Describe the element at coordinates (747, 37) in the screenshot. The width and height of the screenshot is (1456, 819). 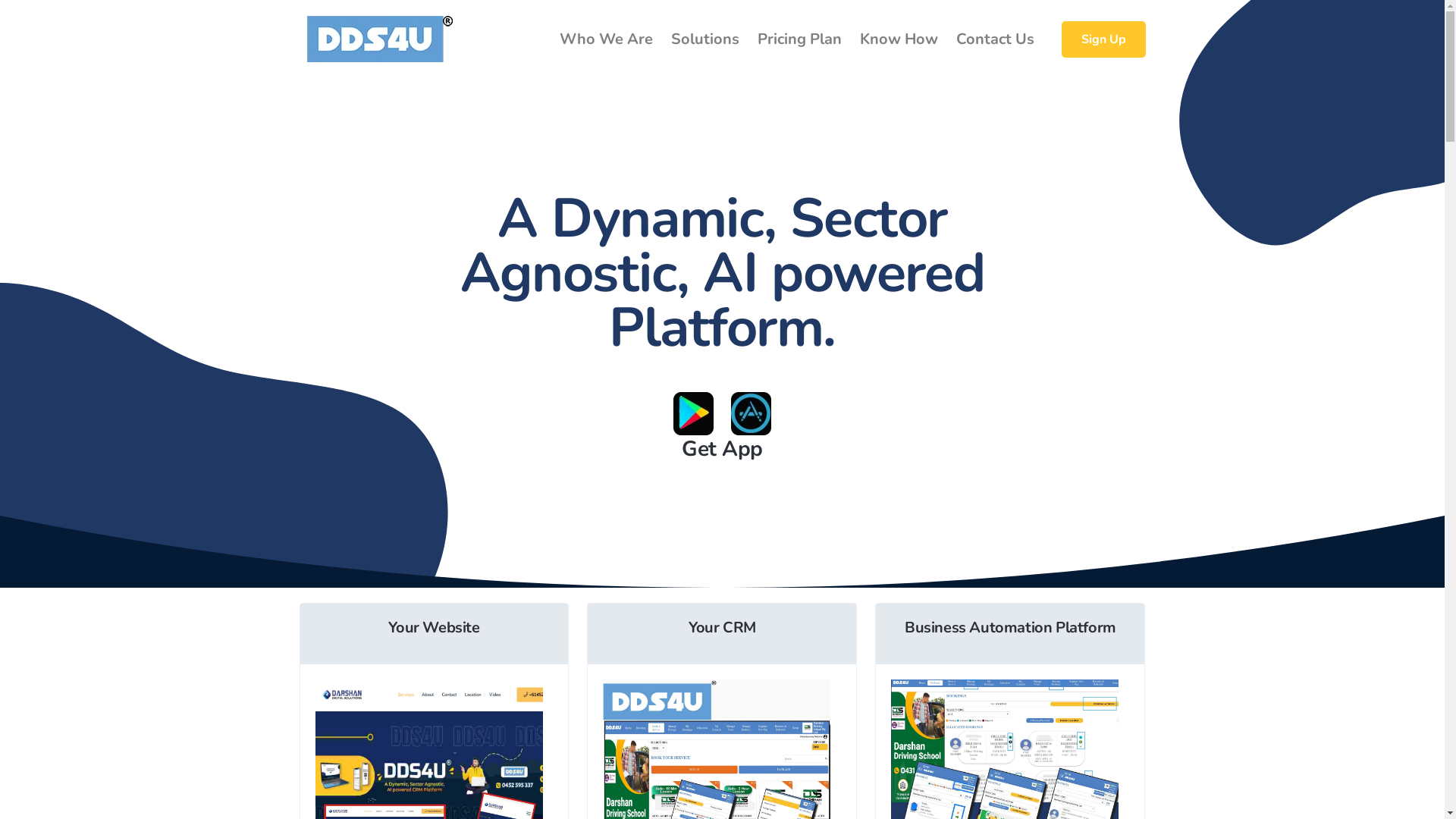
I see `'Pricing Plan'` at that location.